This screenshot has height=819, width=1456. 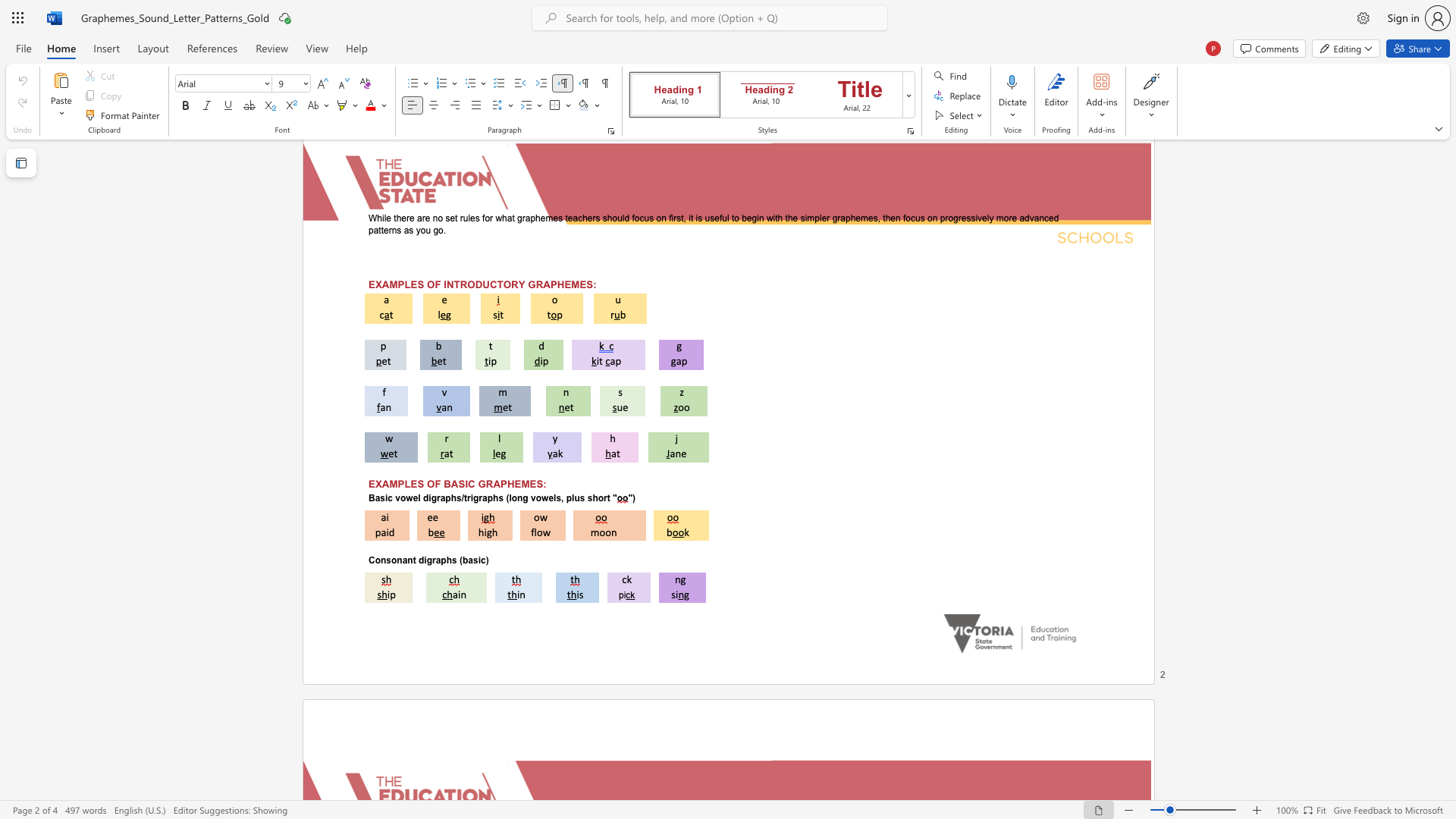 I want to click on the subset text "long" within the text "Basic vowel digraphs/trigraphs (long vowels, plus short", so click(x=509, y=498).